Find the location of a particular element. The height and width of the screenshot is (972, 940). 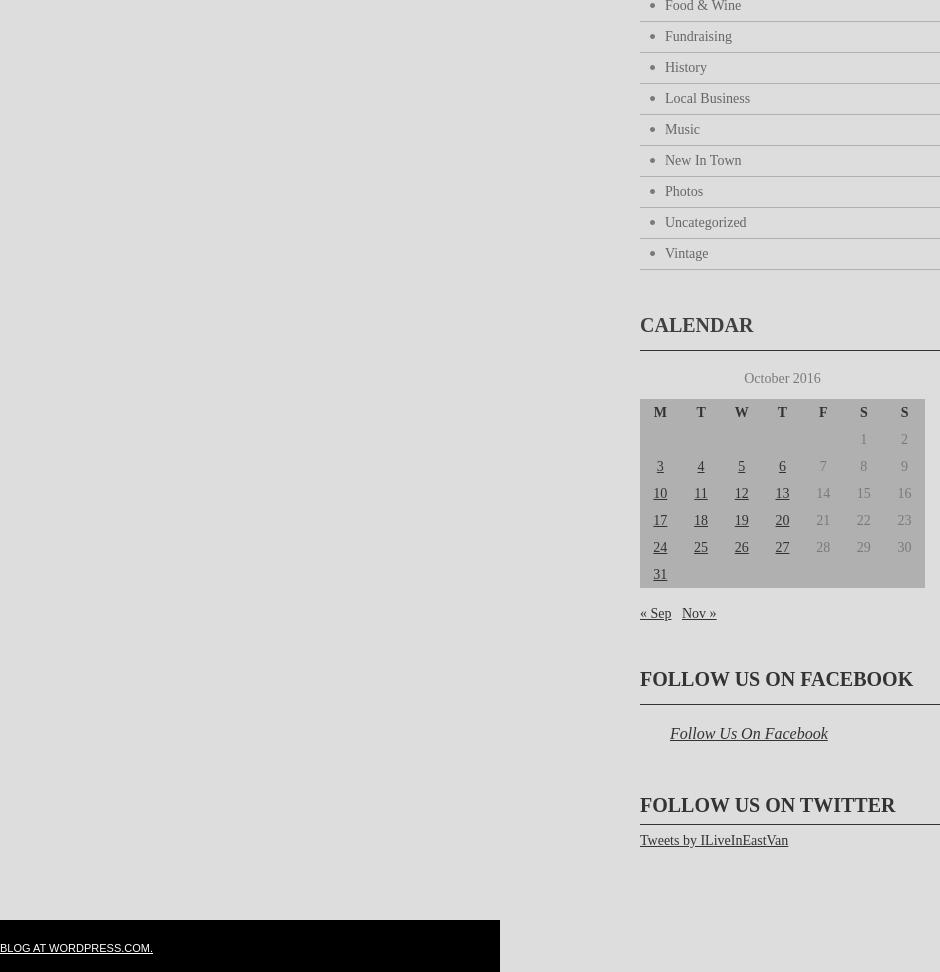

'9' is located at coordinates (903, 465).